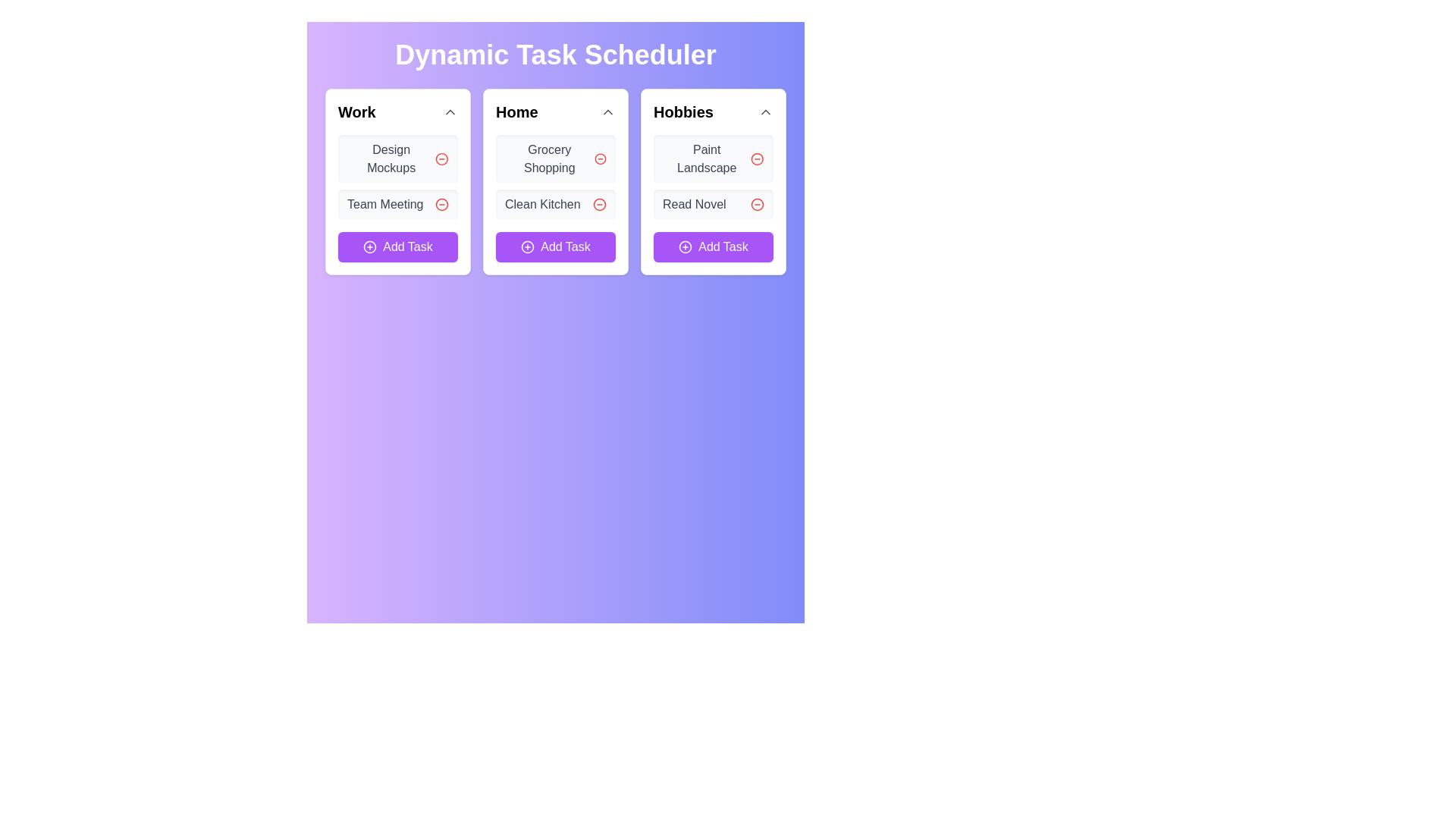 Image resolution: width=1456 pixels, height=819 pixels. What do you see at coordinates (555, 158) in the screenshot?
I see `the Task Card titled 'Grocery Shopping' located in the middle column, which is the first card under the 'Home' section header` at bounding box center [555, 158].